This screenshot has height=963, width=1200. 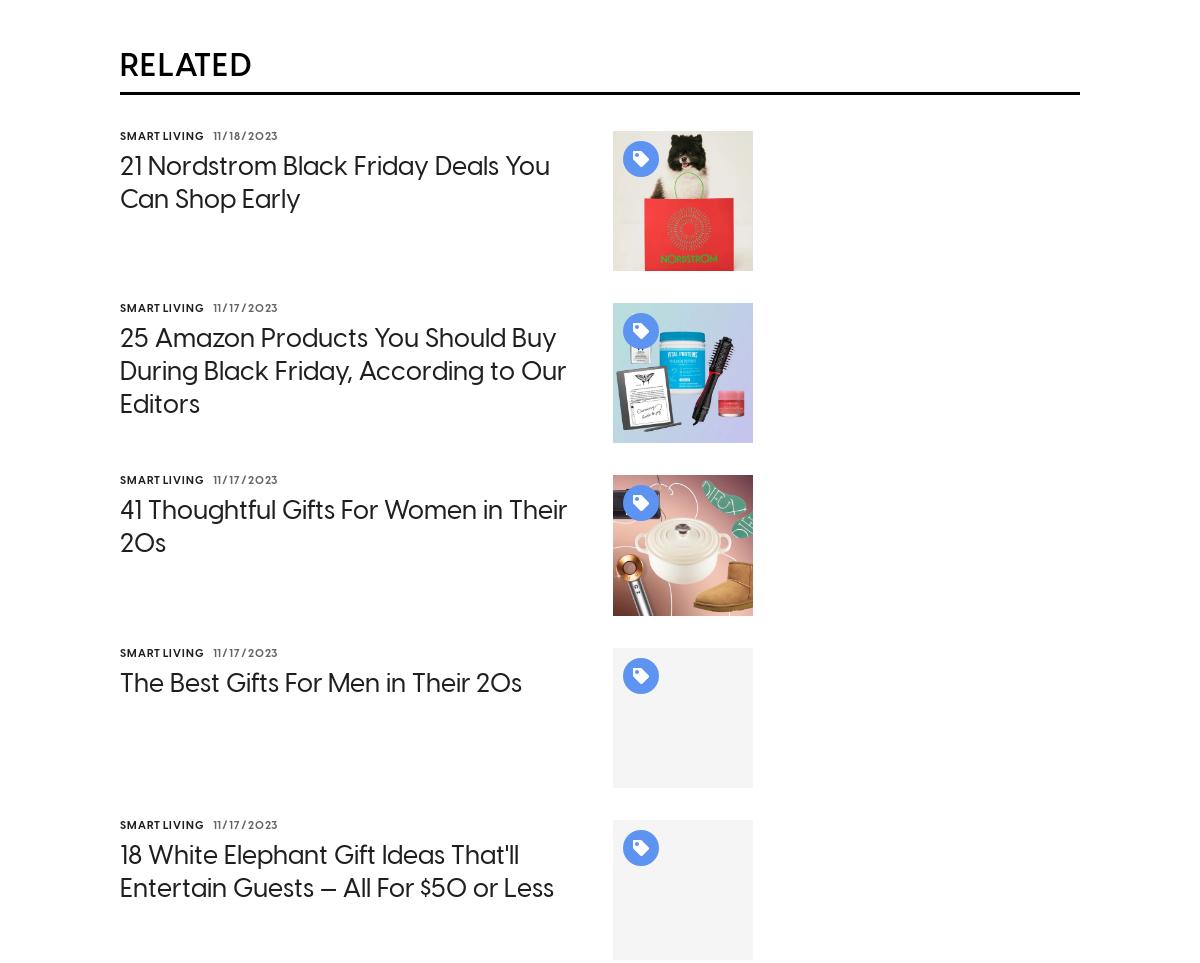 What do you see at coordinates (434, 178) in the screenshot?
I see `'As shopping editors, we've tried and tested plenty of products, and we're highlighting the picks we truly love. Whether it's a hair tool we use pretty much every day, a skin-care product we repurchase constantly, or a game-changing complexion product, you can rest assured that these picks are editor-backed and vetted. Retailers like Amazon, Ulta, Sephora, and Nordstrom have early sales and deals you don't want to miss. We even girl-mathed the savings, so you'll get the most bang for your buck during the shopping season.'` at bounding box center [434, 178].